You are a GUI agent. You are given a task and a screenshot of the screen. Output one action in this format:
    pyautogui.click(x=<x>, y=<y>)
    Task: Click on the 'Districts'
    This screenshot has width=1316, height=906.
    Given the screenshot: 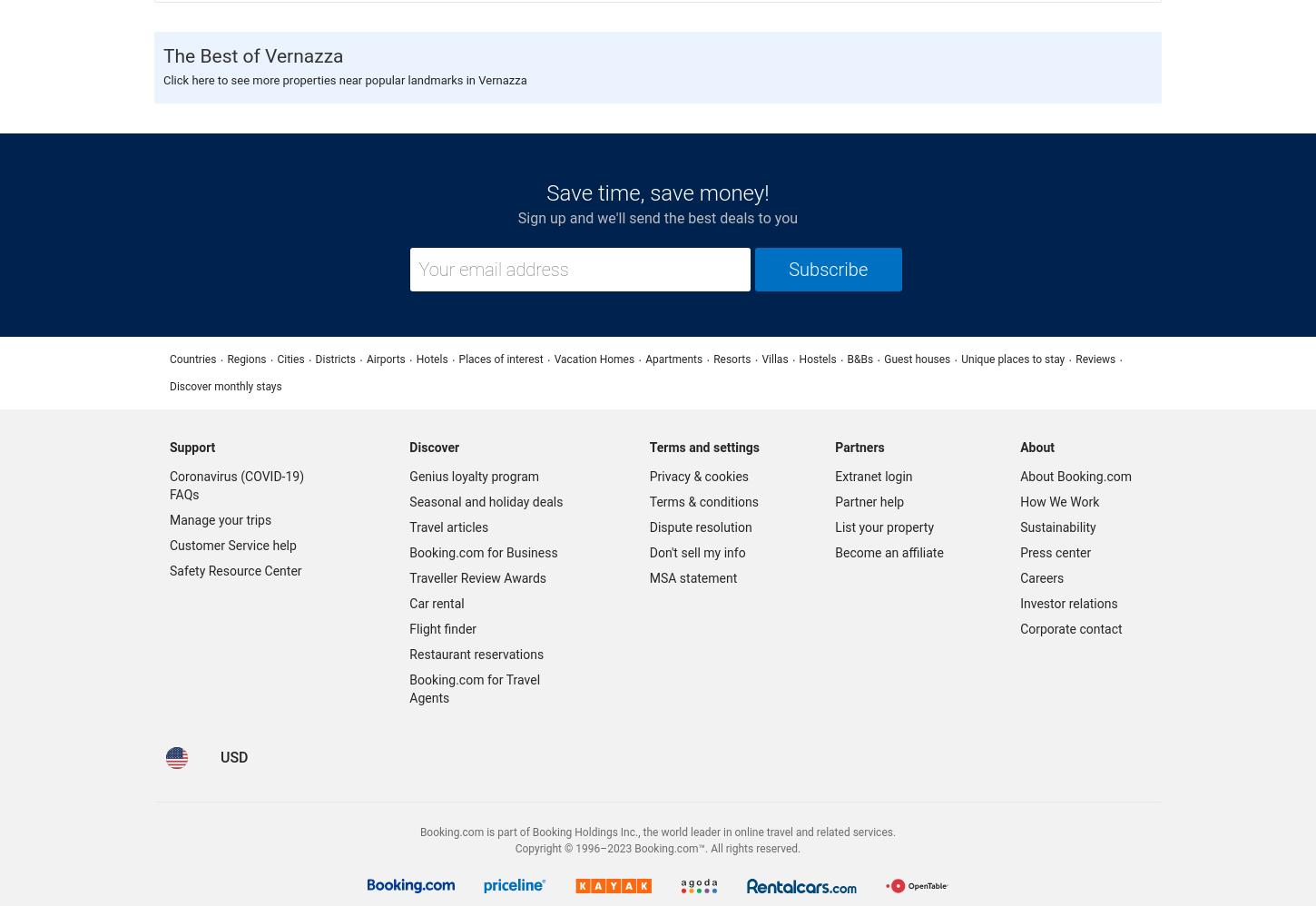 What is the action you would take?
    pyautogui.click(x=334, y=358)
    